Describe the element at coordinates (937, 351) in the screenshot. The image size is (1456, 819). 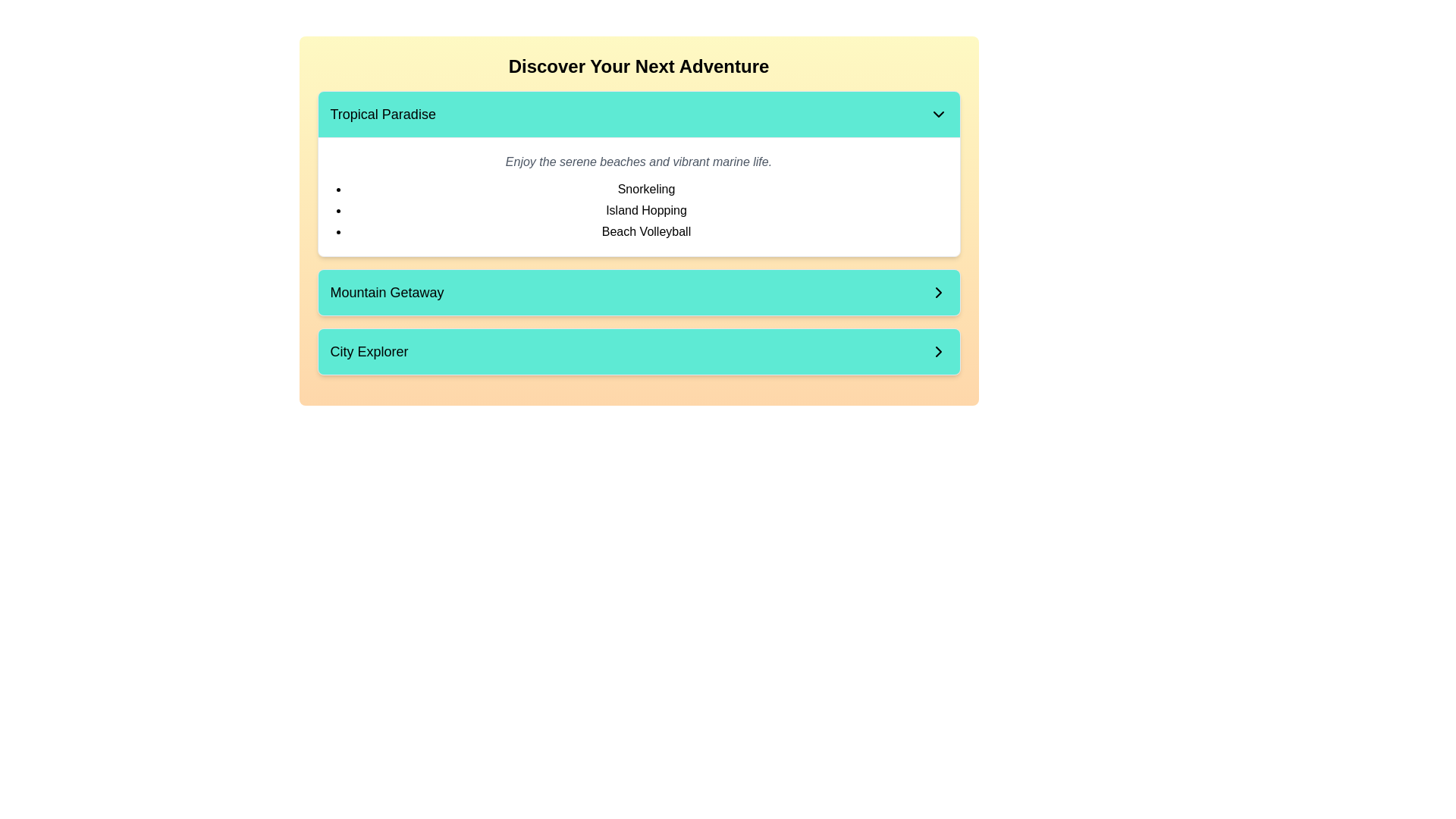
I see `the right-pointing chevron icon with a bolded outline located on the 'City Explorer' button` at that location.